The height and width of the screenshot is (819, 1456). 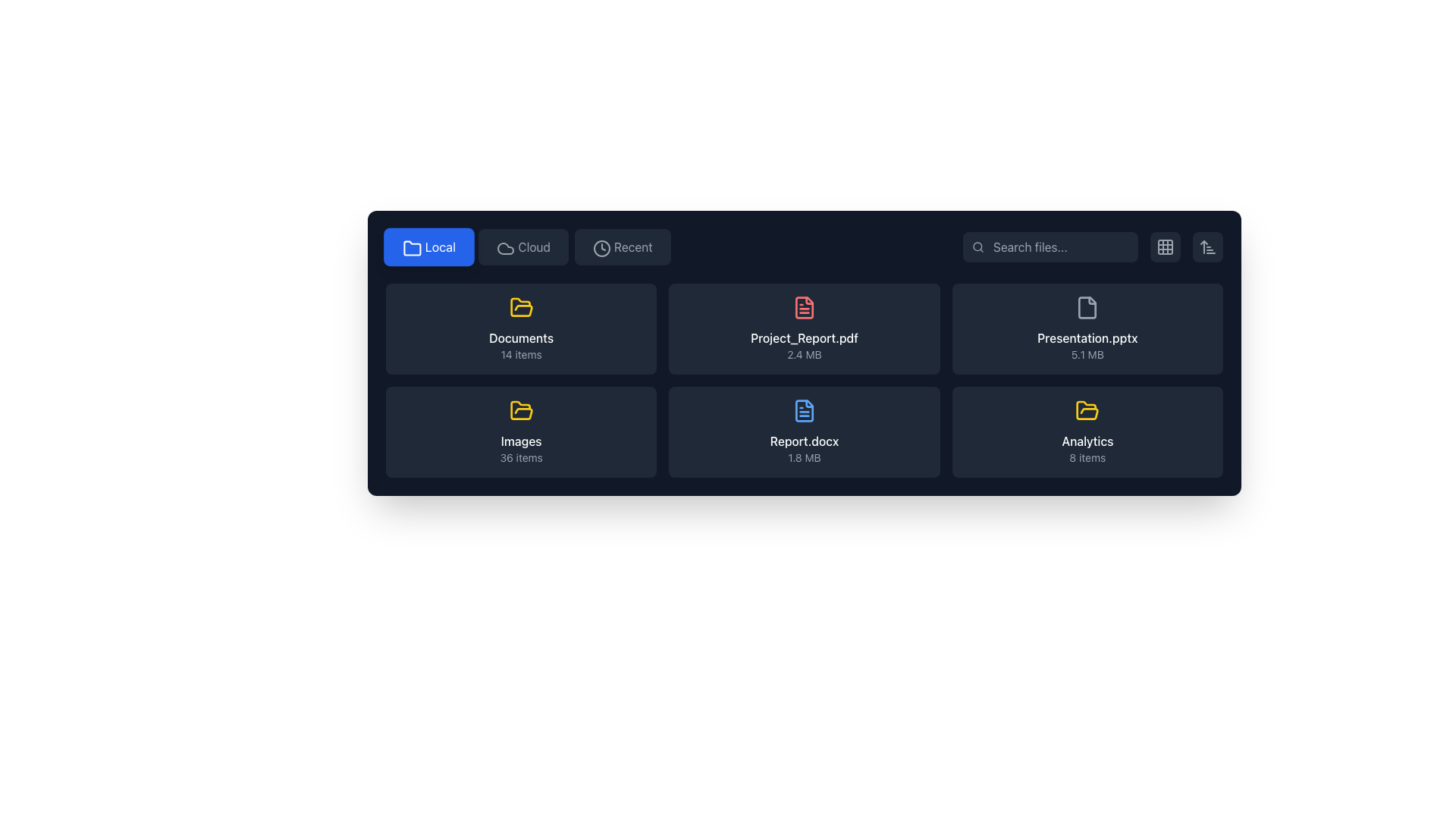 I want to click on the sorting button with an icon located at the far right of the header row to sort items, so click(x=1207, y=246).